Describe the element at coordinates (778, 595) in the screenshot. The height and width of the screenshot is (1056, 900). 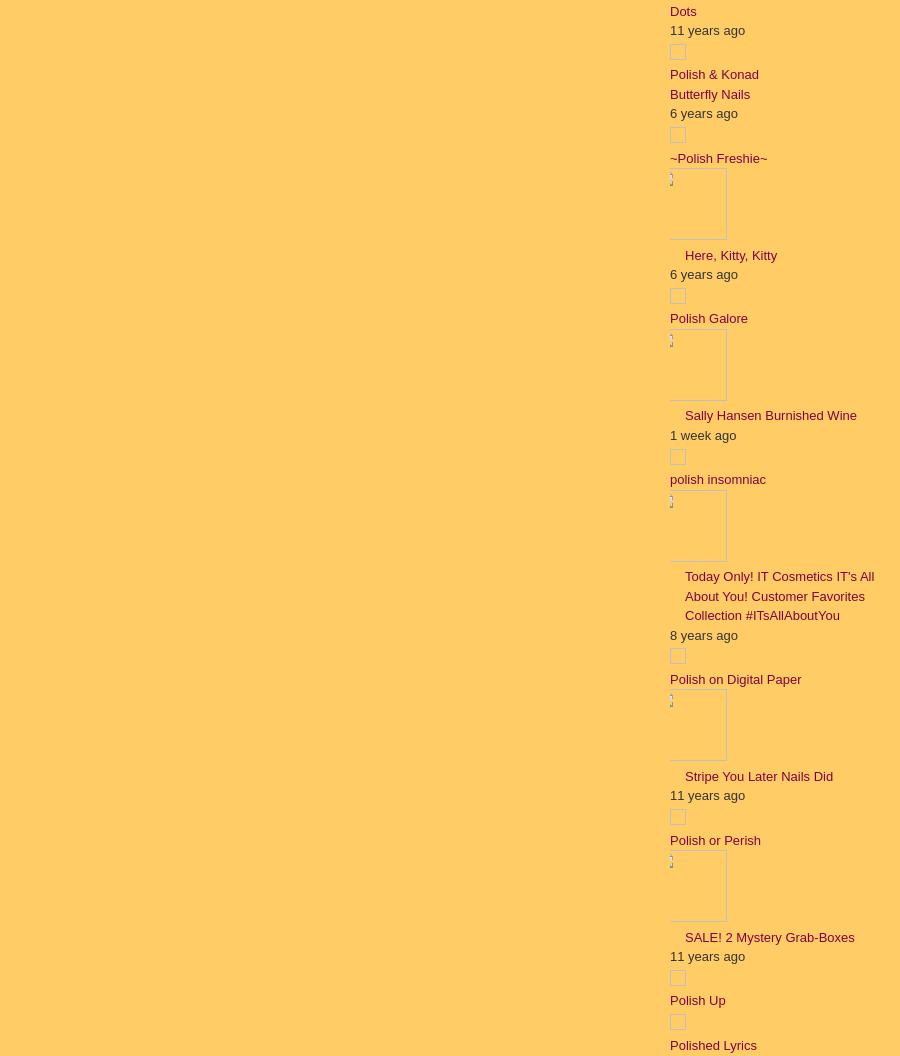
I see `'Today Only!  IT Cosmetics IT's All About You! Customer Favorites Collection #ITsAllAboutYou'` at that location.